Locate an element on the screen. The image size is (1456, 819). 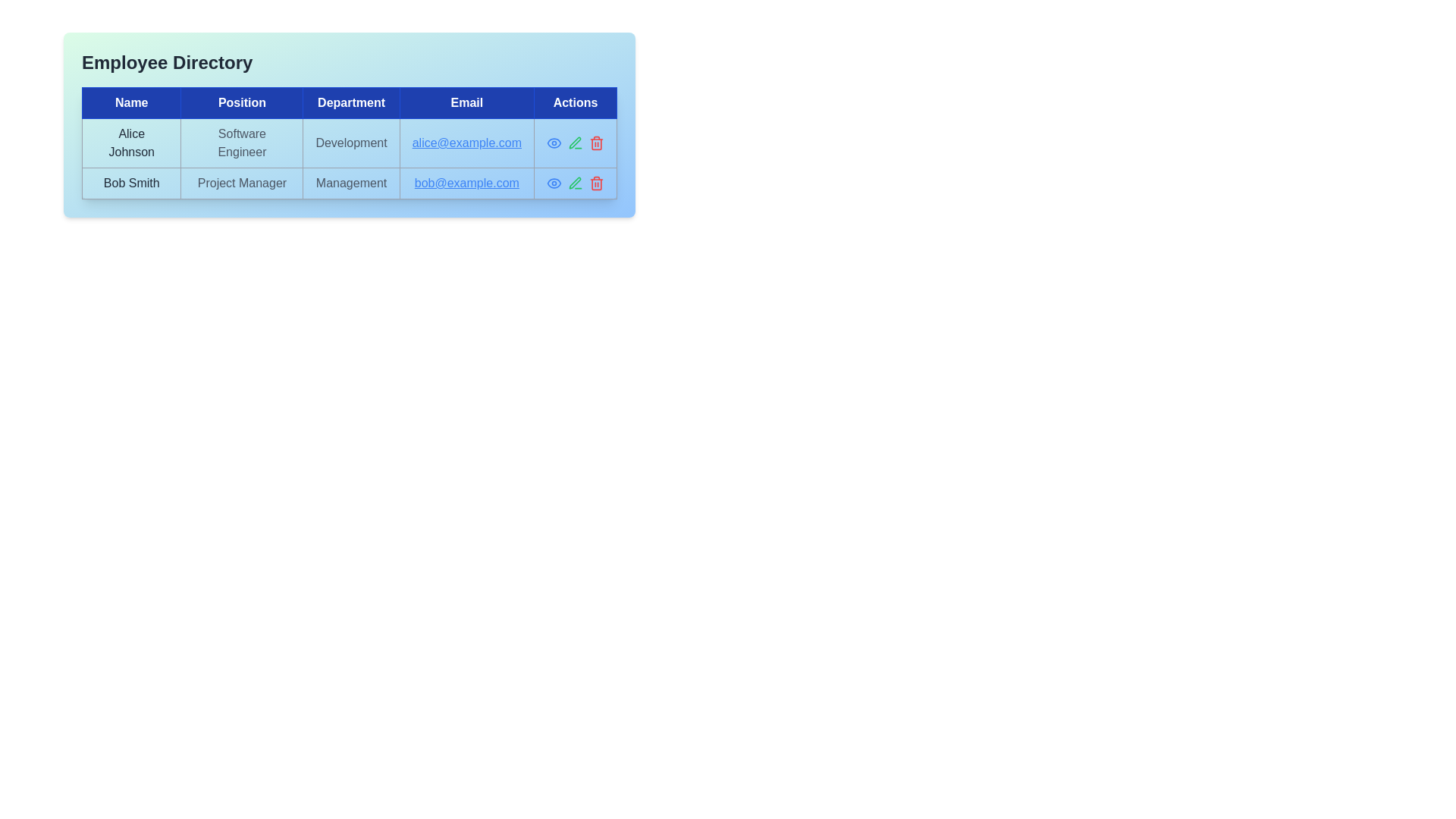
the green pen icon button in the second row of the 'Actions' column is located at coordinates (574, 143).